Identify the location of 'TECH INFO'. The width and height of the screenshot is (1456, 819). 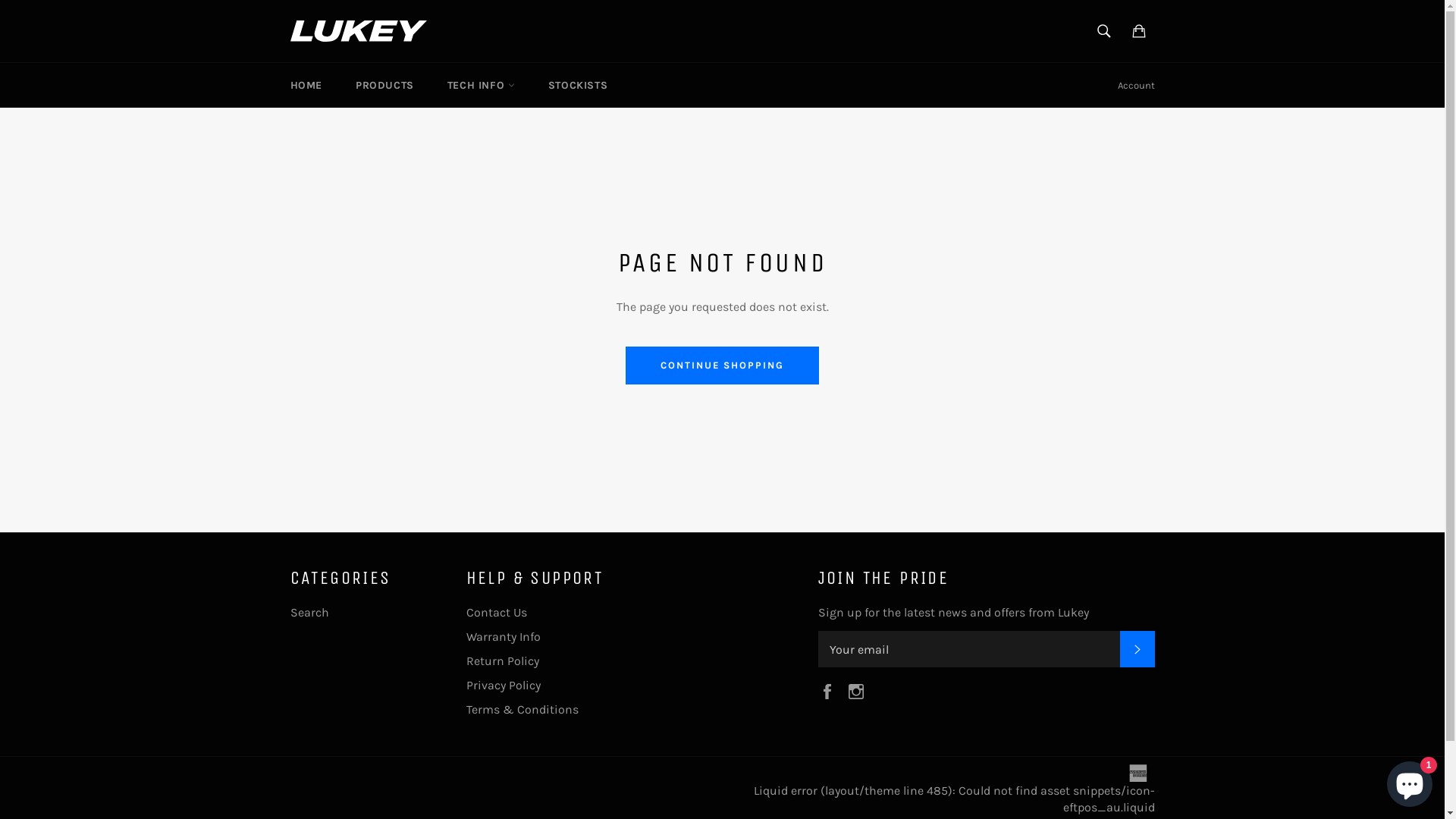
(480, 85).